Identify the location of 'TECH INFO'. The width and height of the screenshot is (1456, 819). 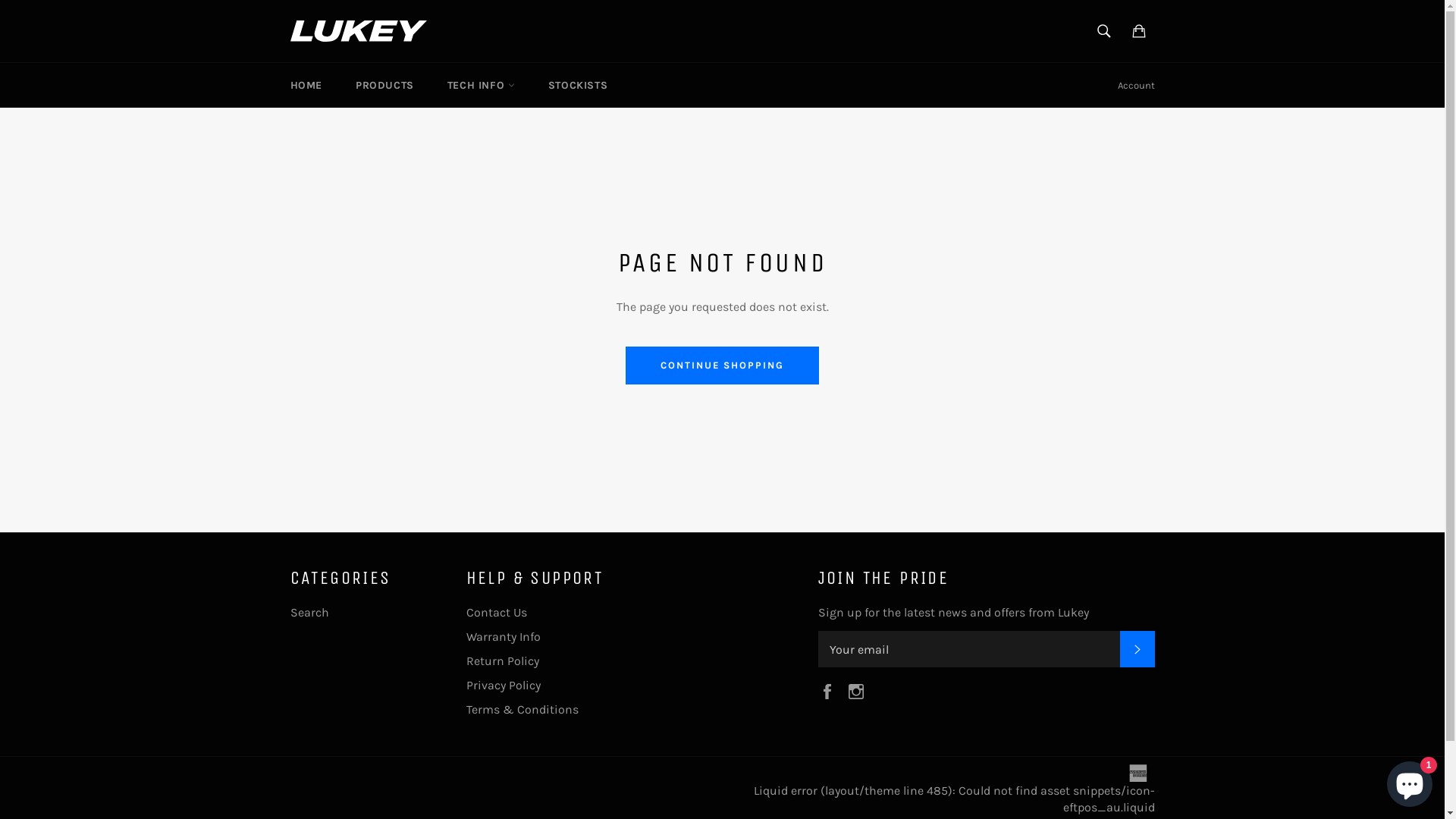
(480, 85).